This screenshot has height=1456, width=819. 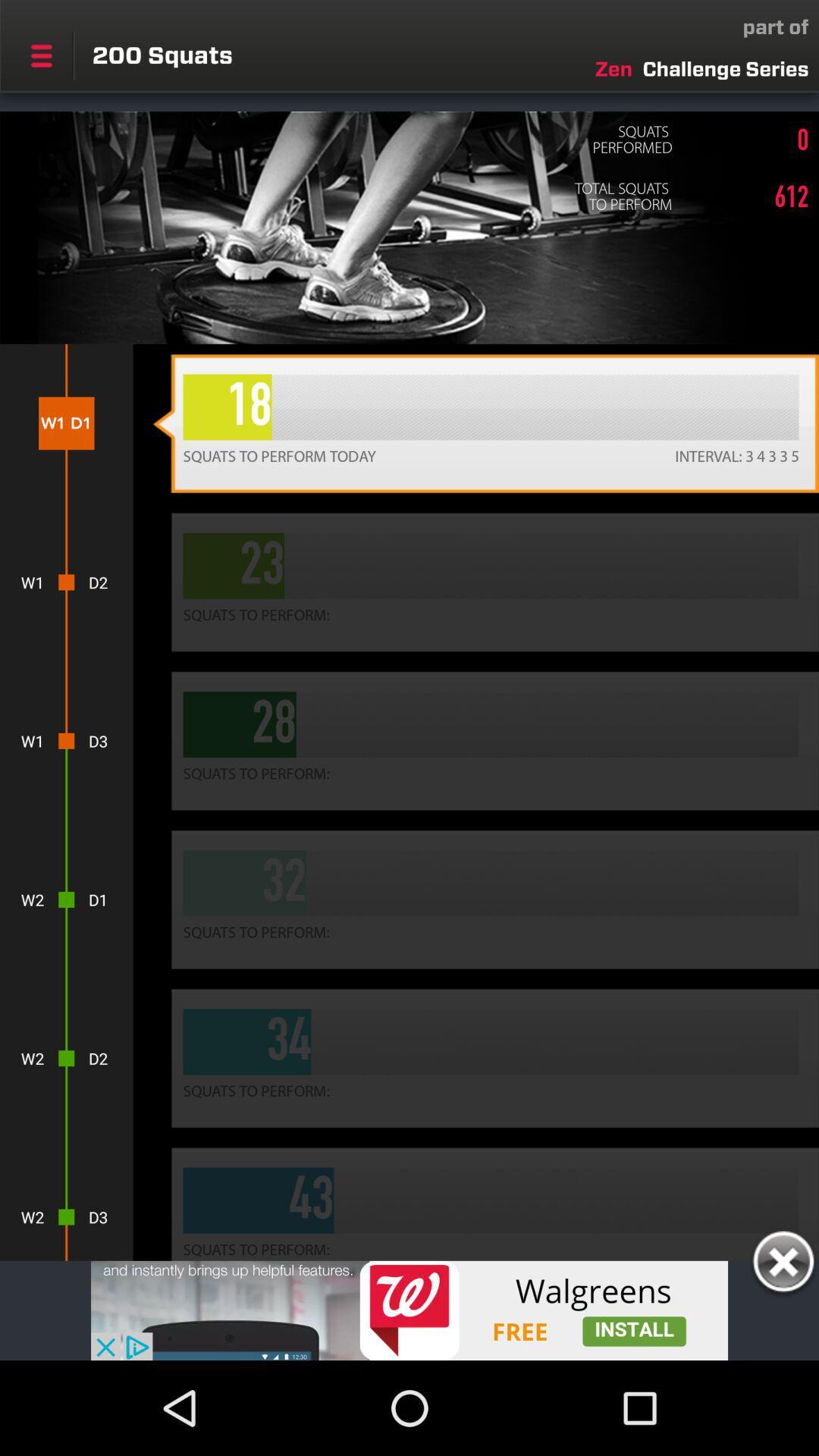 I want to click on close, so click(x=783, y=1264).